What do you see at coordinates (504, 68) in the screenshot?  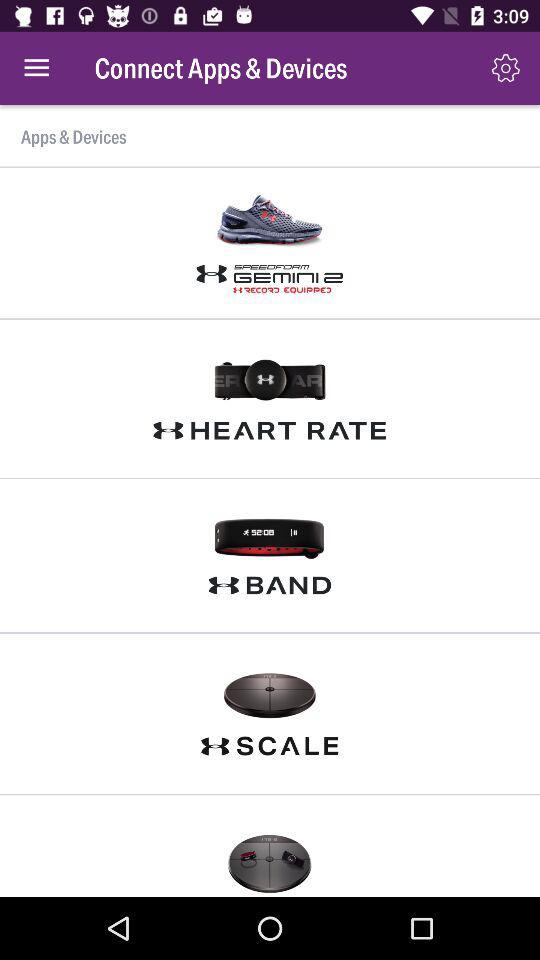 I see `the item above apps & devices` at bounding box center [504, 68].